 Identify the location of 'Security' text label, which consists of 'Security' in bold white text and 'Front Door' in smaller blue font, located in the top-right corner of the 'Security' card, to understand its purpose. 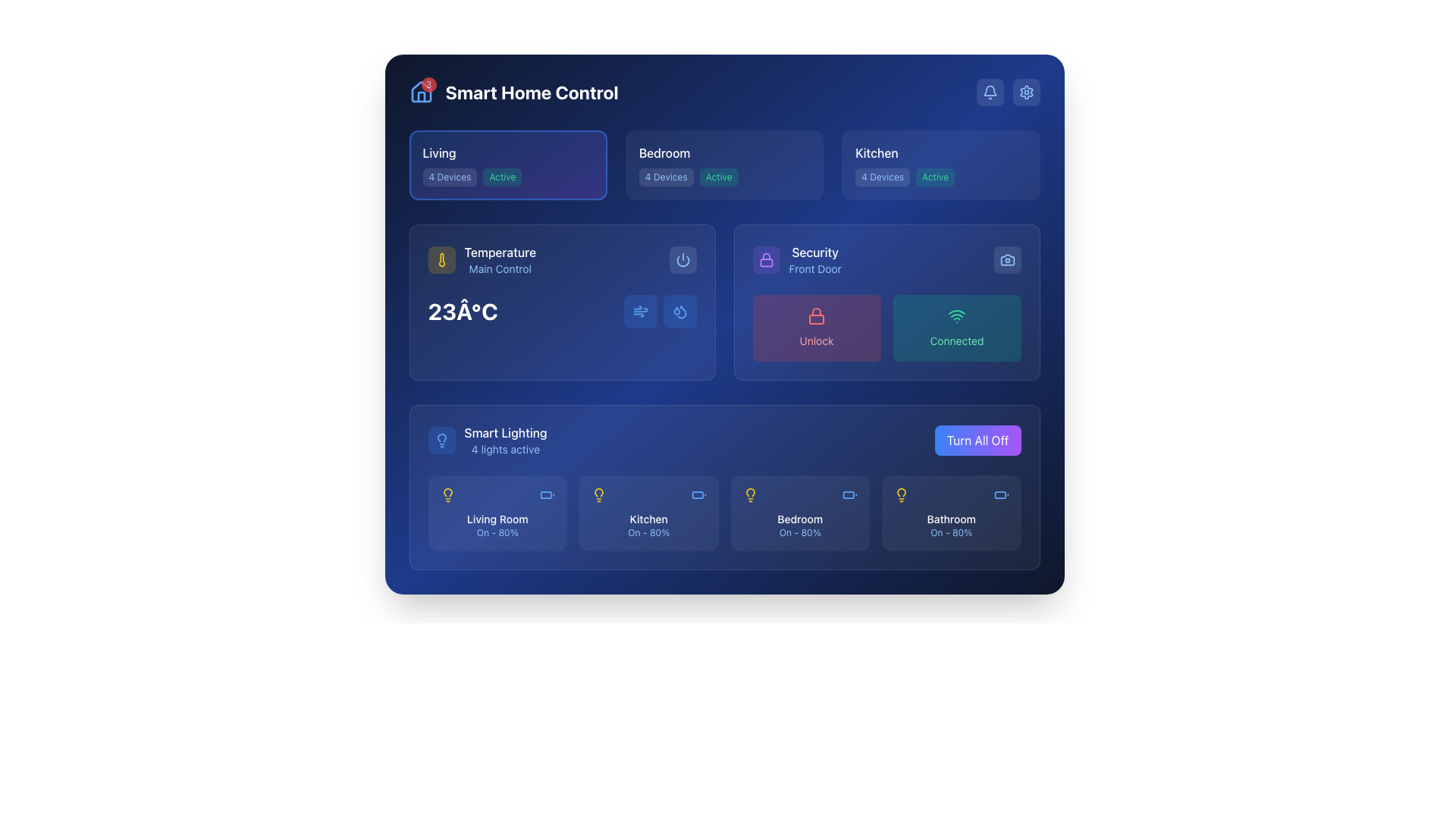
(814, 259).